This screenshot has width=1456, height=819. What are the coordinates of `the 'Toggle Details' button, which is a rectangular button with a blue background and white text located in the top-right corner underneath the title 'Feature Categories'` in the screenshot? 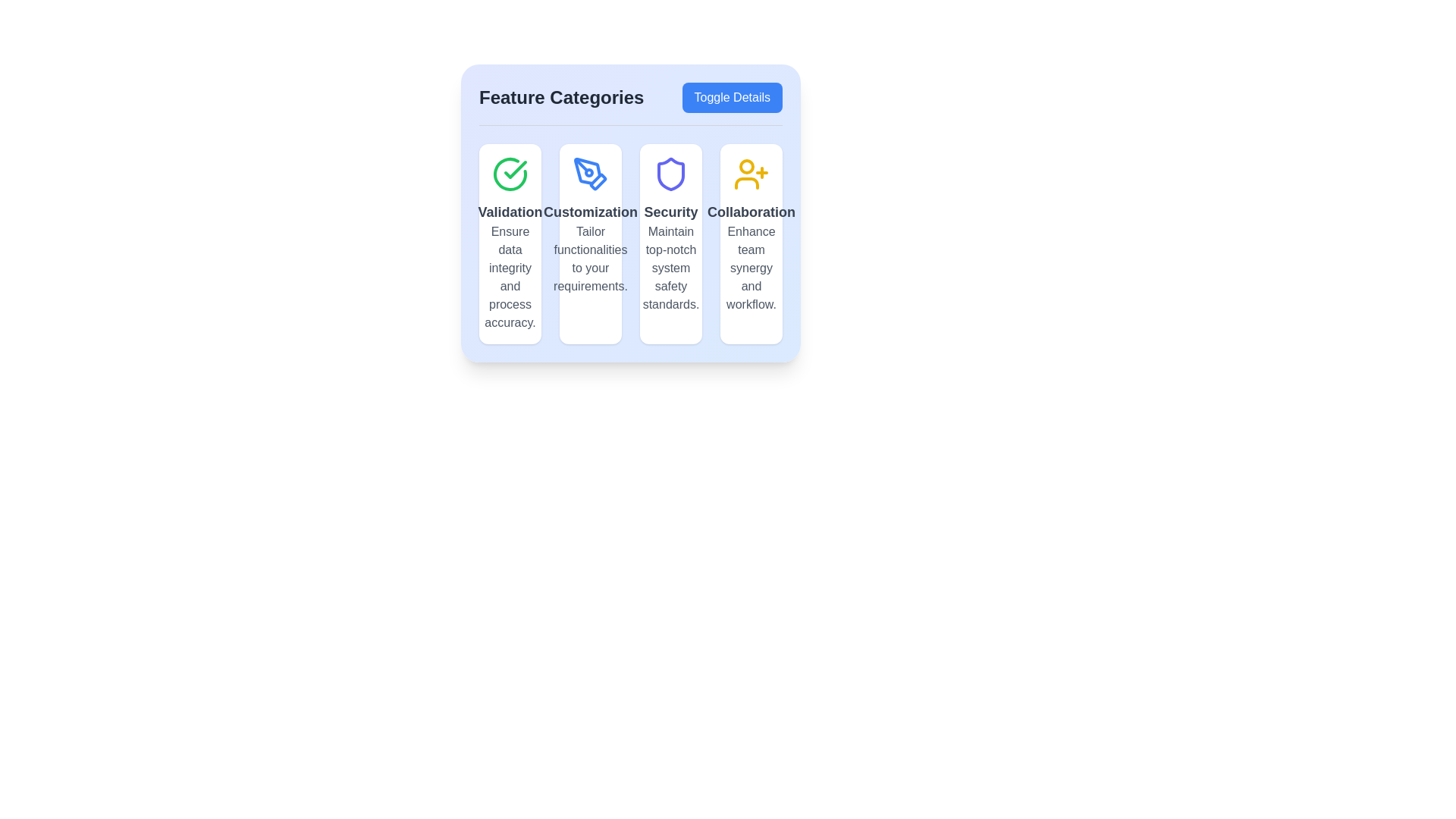 It's located at (732, 97).